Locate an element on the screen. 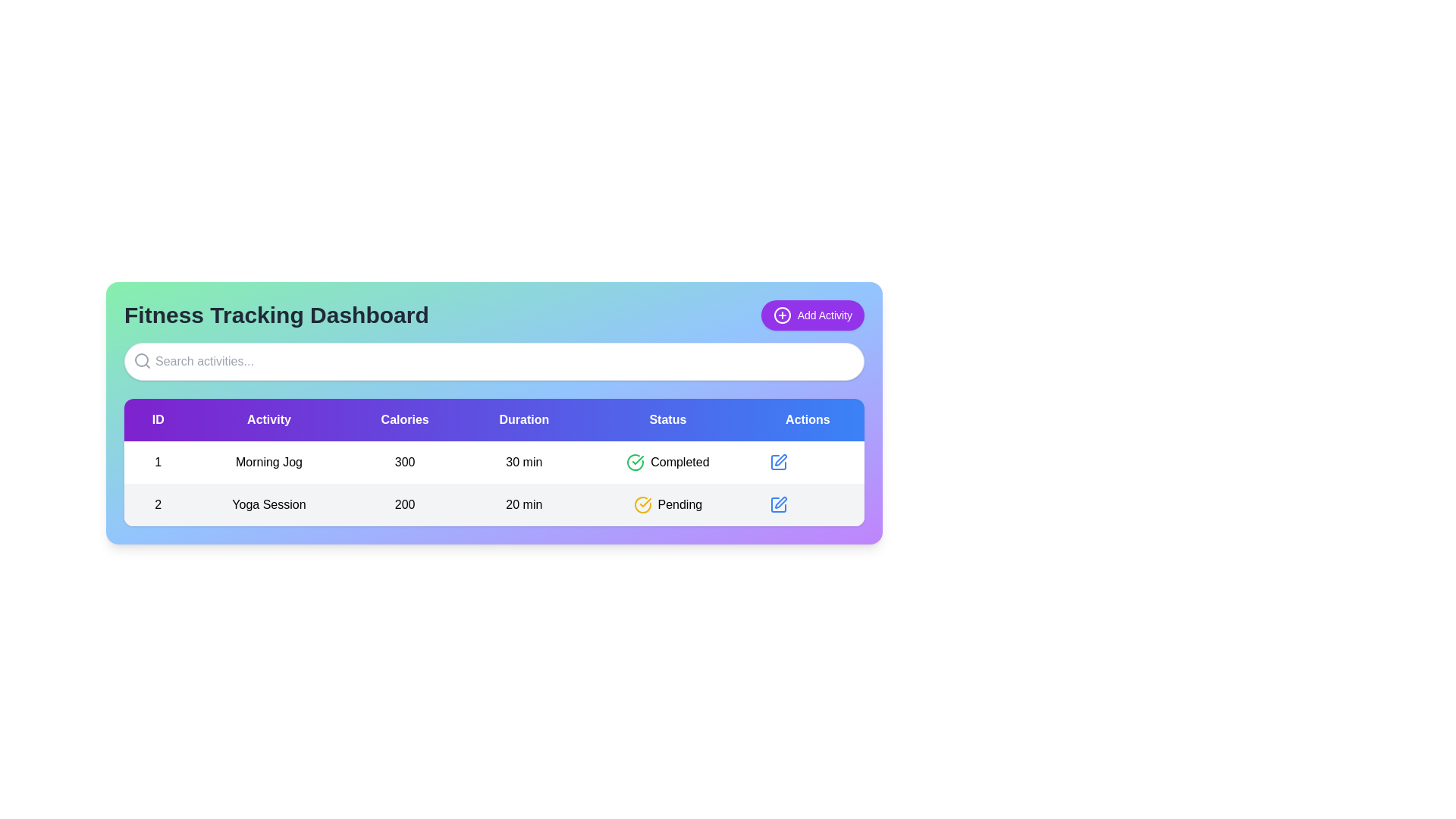  the 'Pending' label with the yellow circle outline and check mark icon in the 'Status' column of the second row, which corresponds to the 'Yoga Session' activity is located at coordinates (667, 505).